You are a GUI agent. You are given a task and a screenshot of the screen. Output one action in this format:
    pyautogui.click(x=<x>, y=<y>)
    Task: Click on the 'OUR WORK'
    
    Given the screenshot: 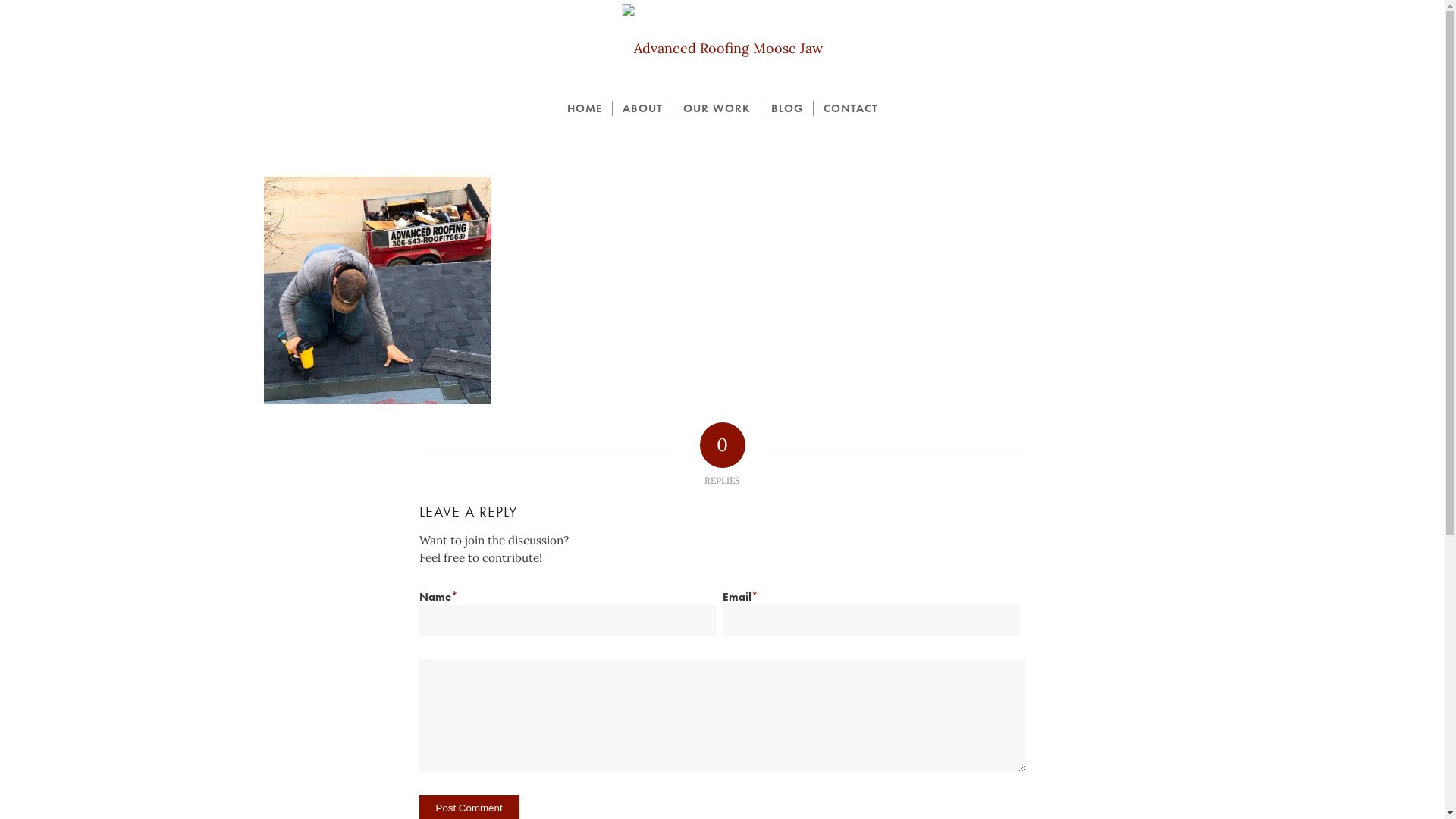 What is the action you would take?
    pyautogui.click(x=671, y=107)
    